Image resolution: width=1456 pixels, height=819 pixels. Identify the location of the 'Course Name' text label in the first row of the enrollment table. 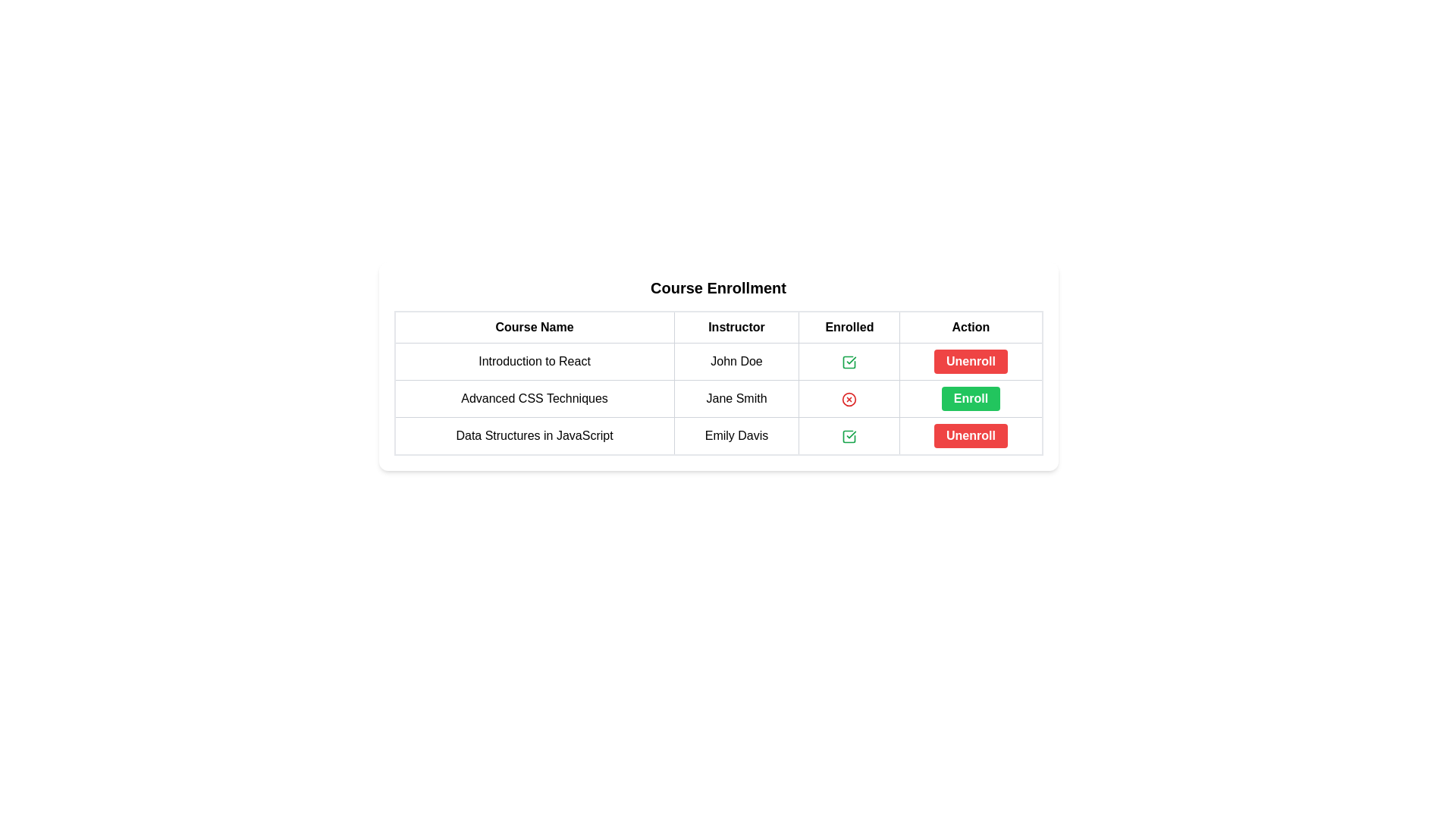
(534, 362).